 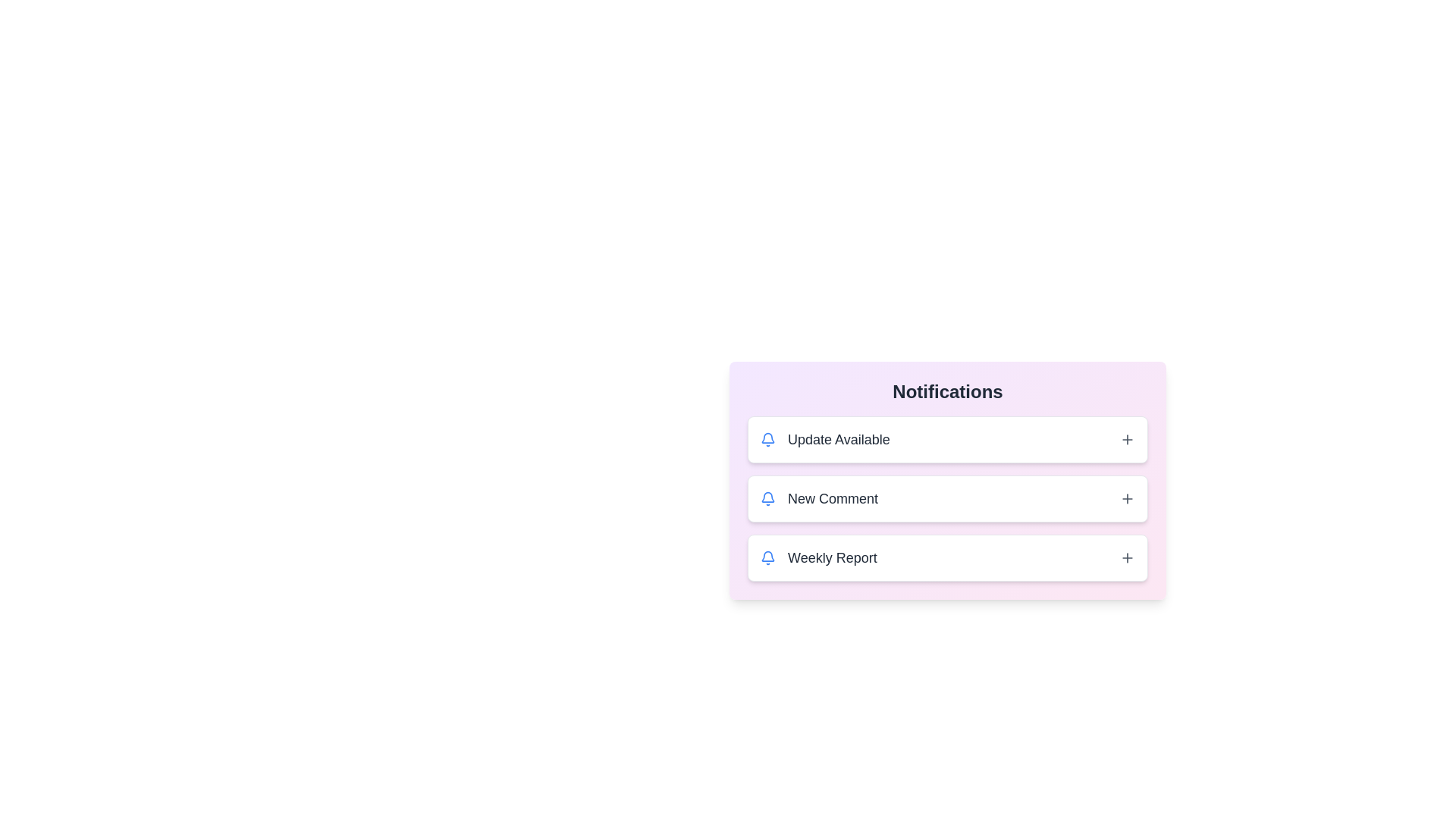 What do you see at coordinates (946, 439) in the screenshot?
I see `the notification titled 'Update Available'` at bounding box center [946, 439].